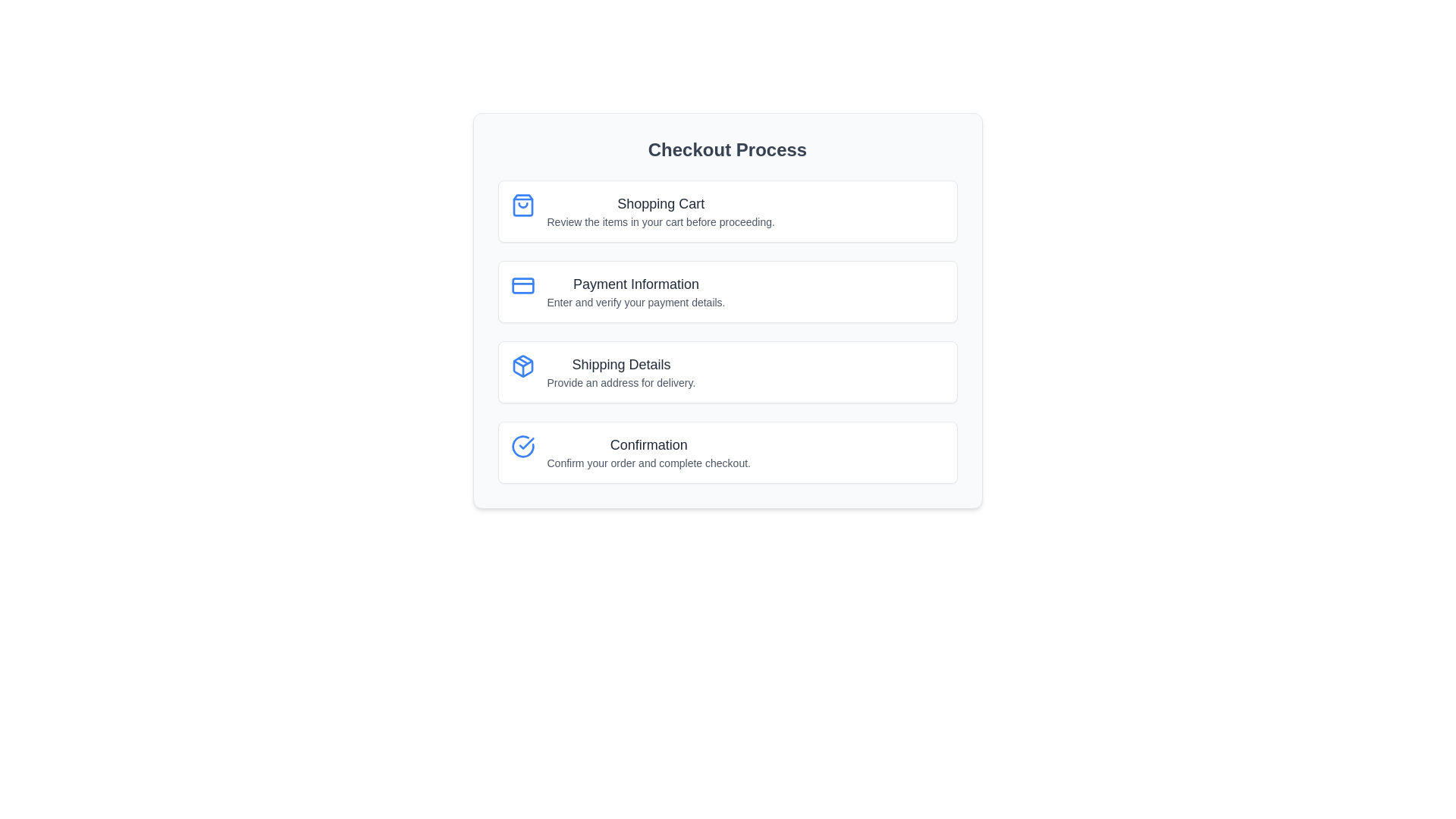 The image size is (1456, 819). What do you see at coordinates (648, 444) in the screenshot?
I see `the confirmation header in the checkout process that provides guidance on the current section` at bounding box center [648, 444].